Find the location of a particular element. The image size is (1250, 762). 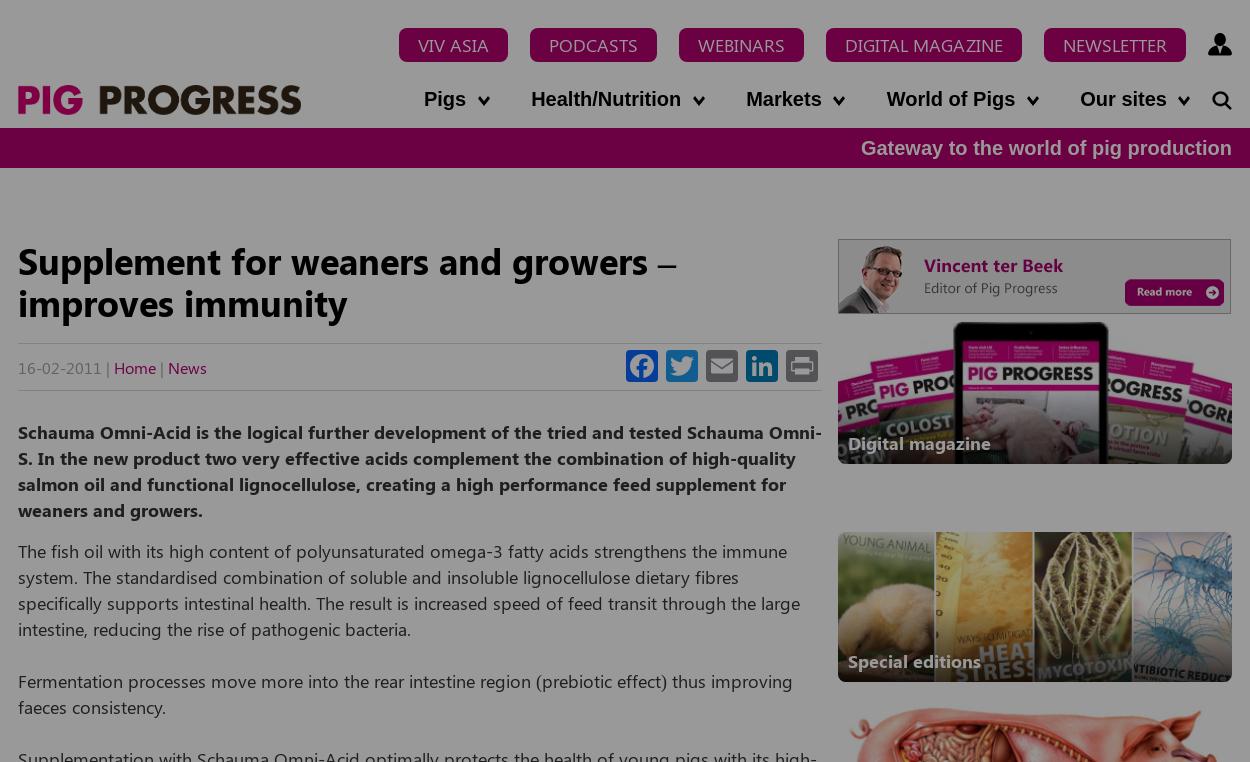

'VIV ASIA' is located at coordinates (452, 44).